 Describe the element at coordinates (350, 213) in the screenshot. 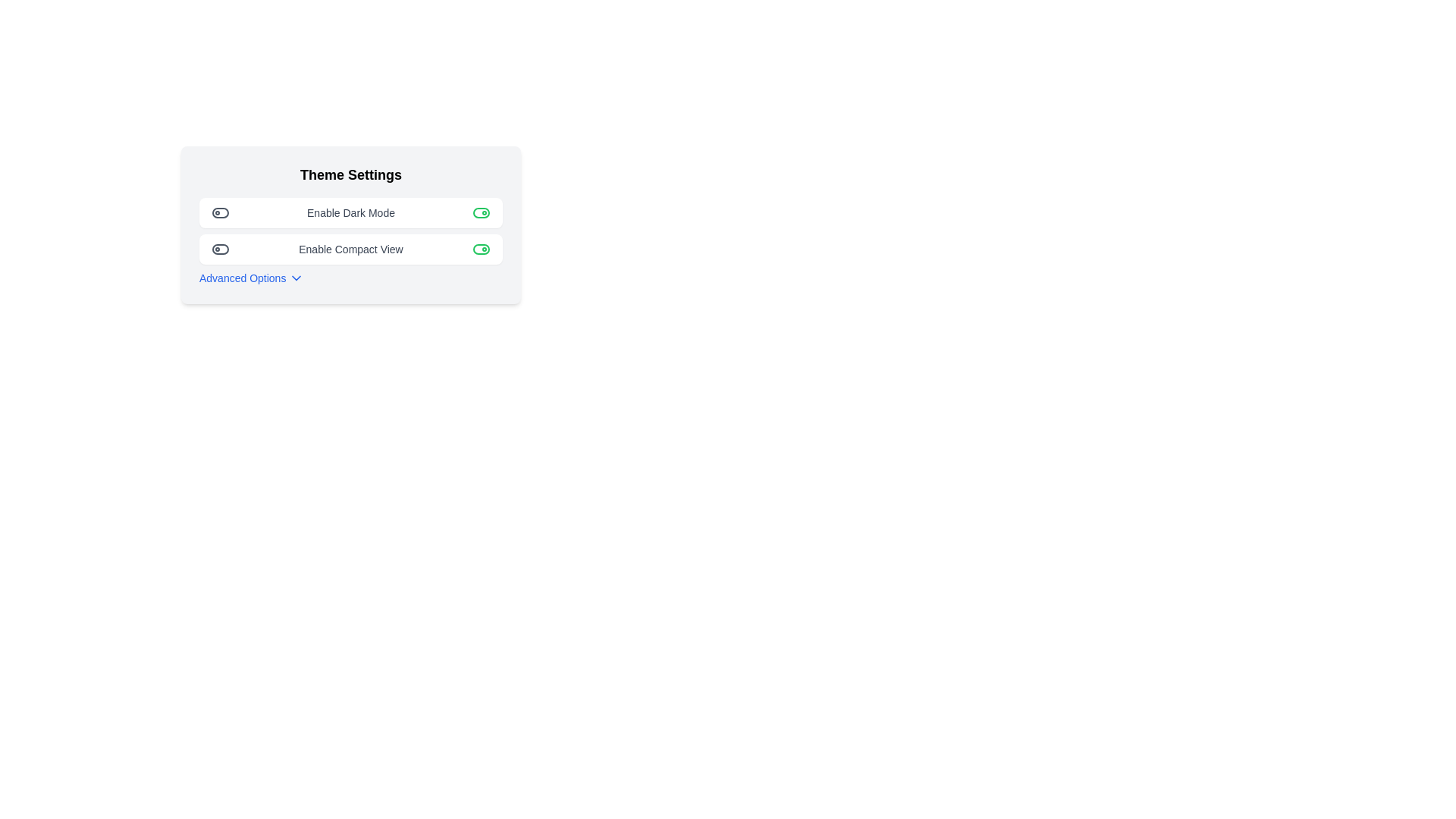

I see `the text label that says 'Enable Dark Mode', which is styled in gray color and located in the middle of the interface` at that location.